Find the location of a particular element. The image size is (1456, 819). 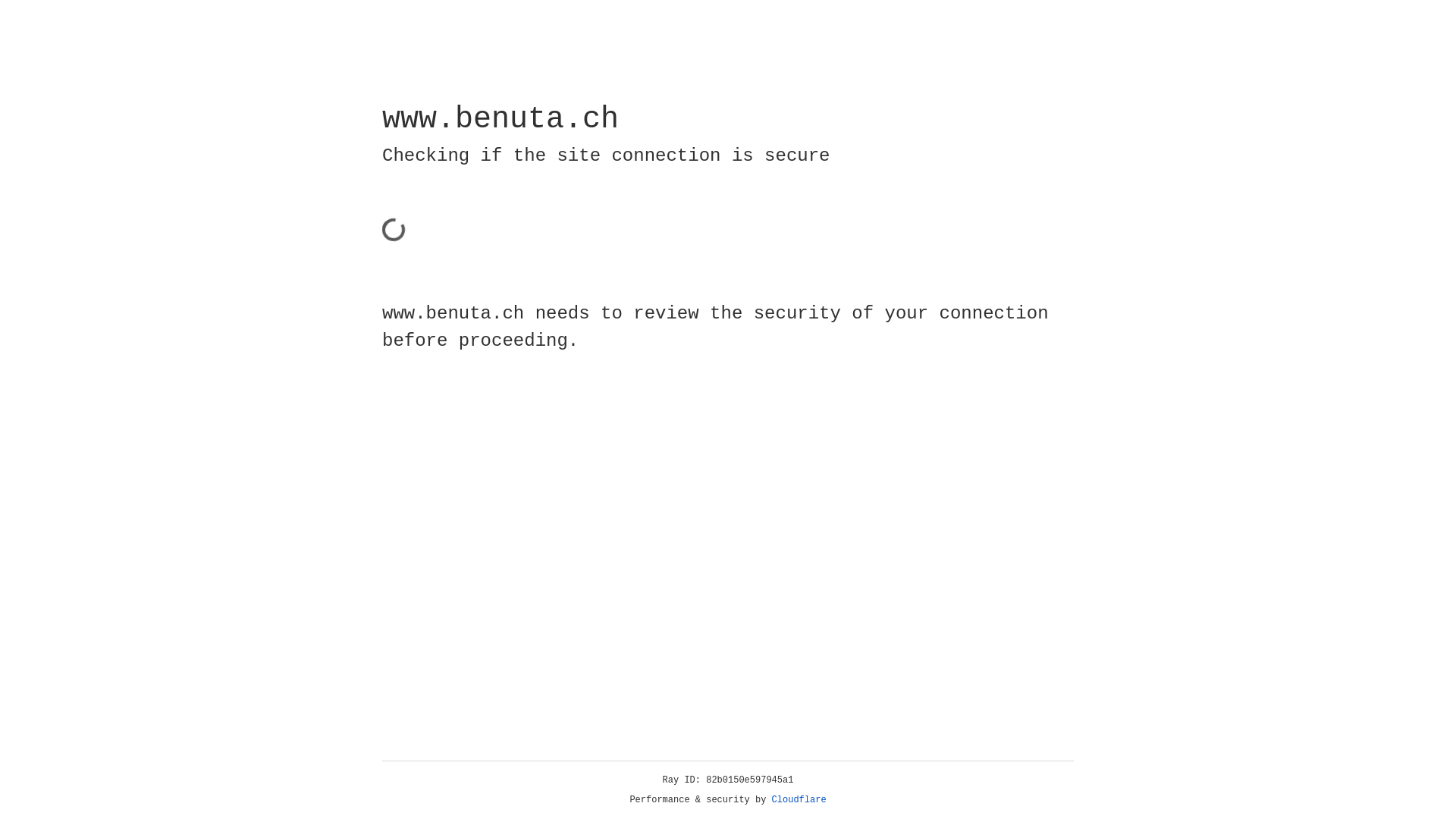

'Cloudflare' is located at coordinates (771, 799).